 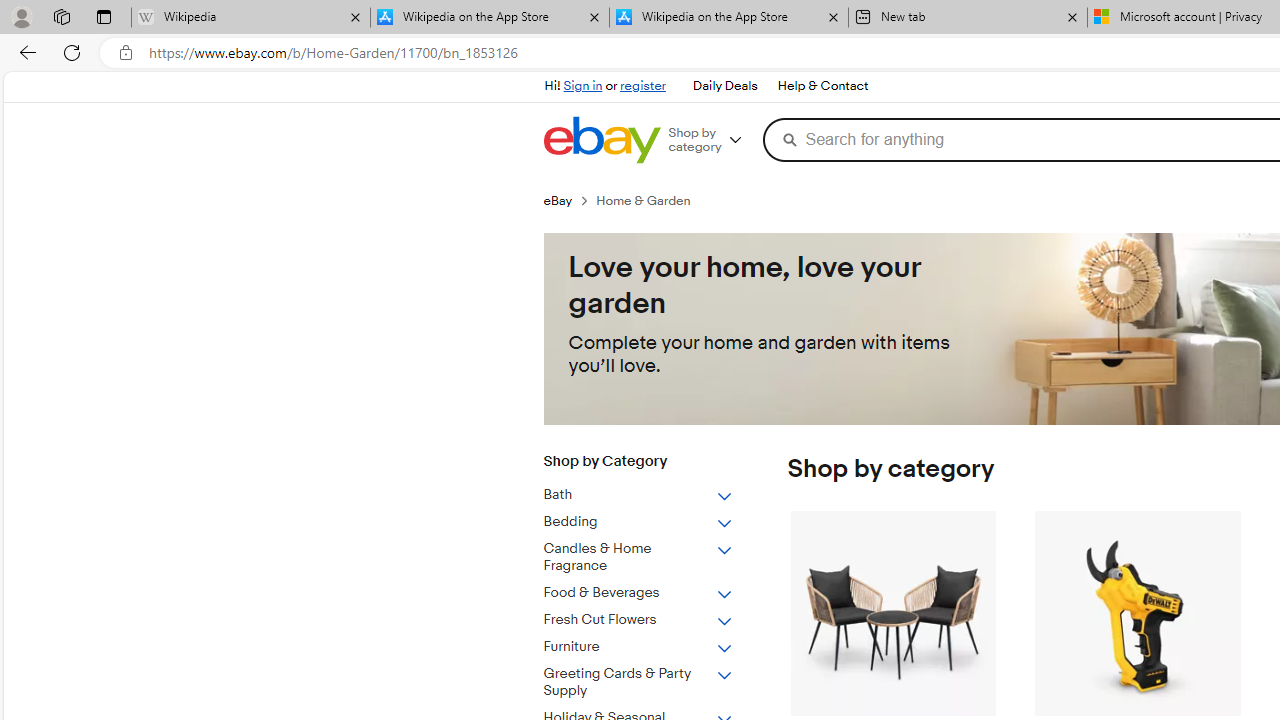 What do you see at coordinates (637, 647) in the screenshot?
I see `'Furniture'` at bounding box center [637, 647].